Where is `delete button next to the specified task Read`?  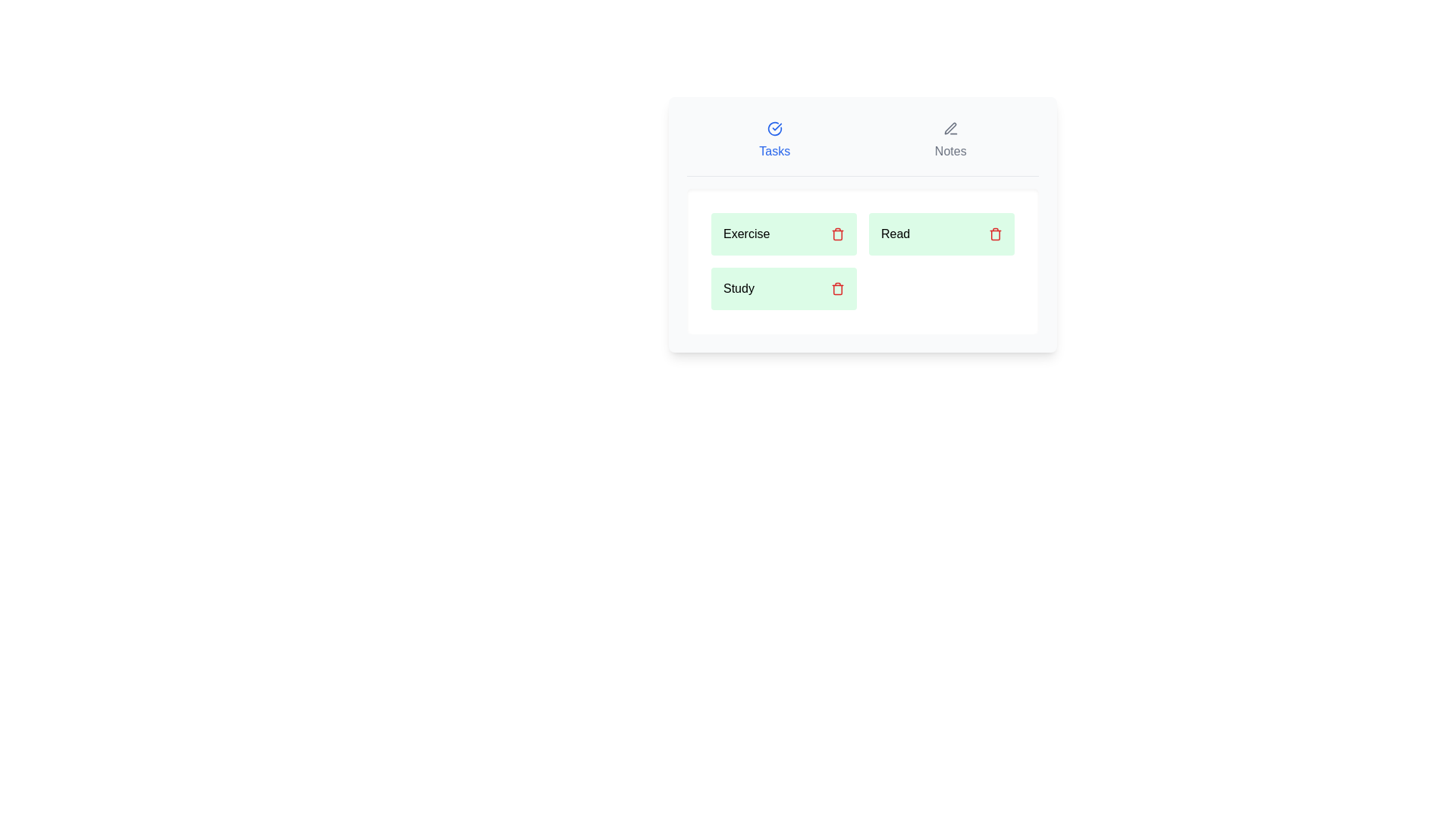 delete button next to the specified task Read is located at coordinates (996, 234).